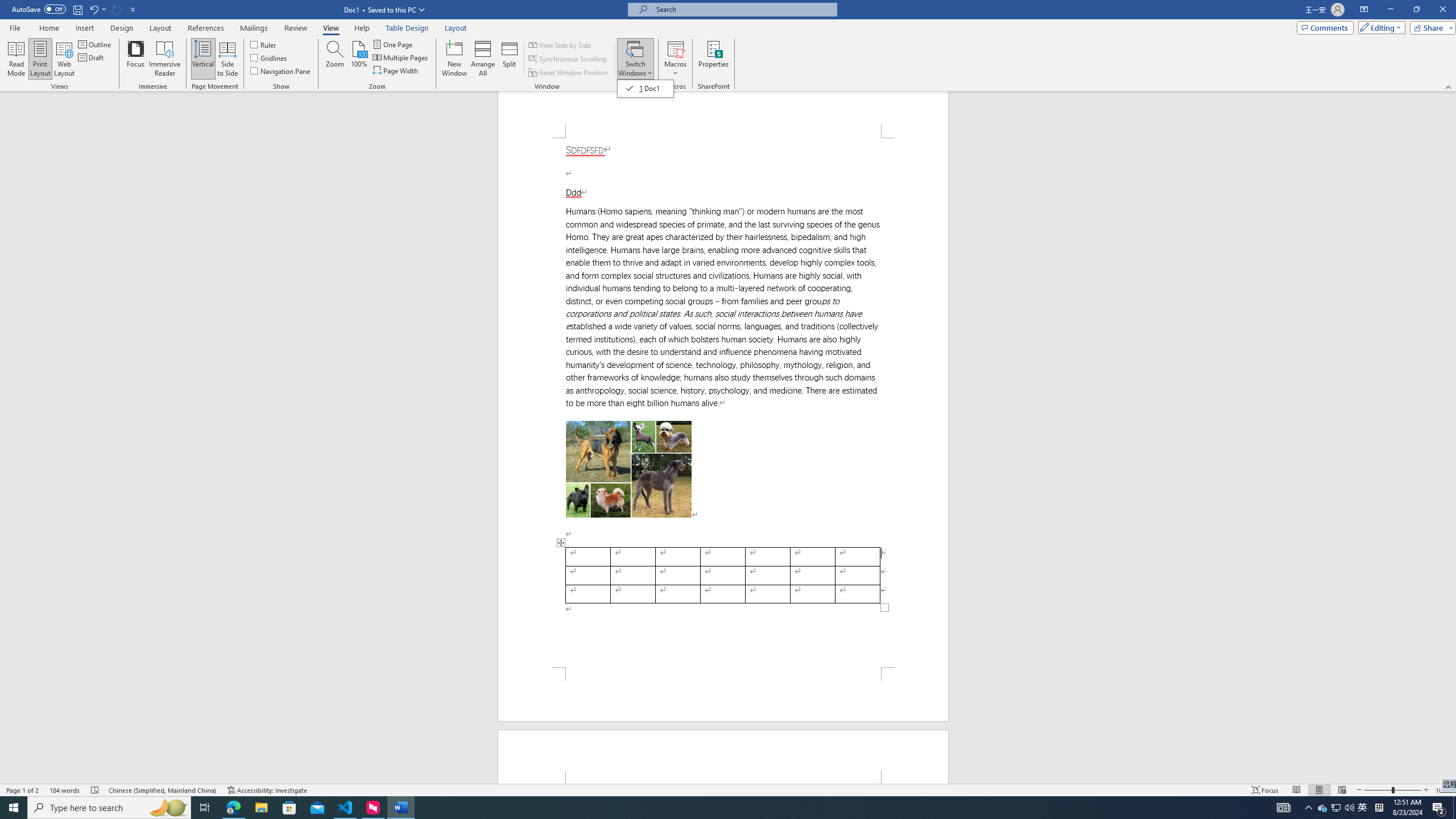 This screenshot has width=1456, height=819. I want to click on 'Ribbon Display Options', so click(1363, 9).